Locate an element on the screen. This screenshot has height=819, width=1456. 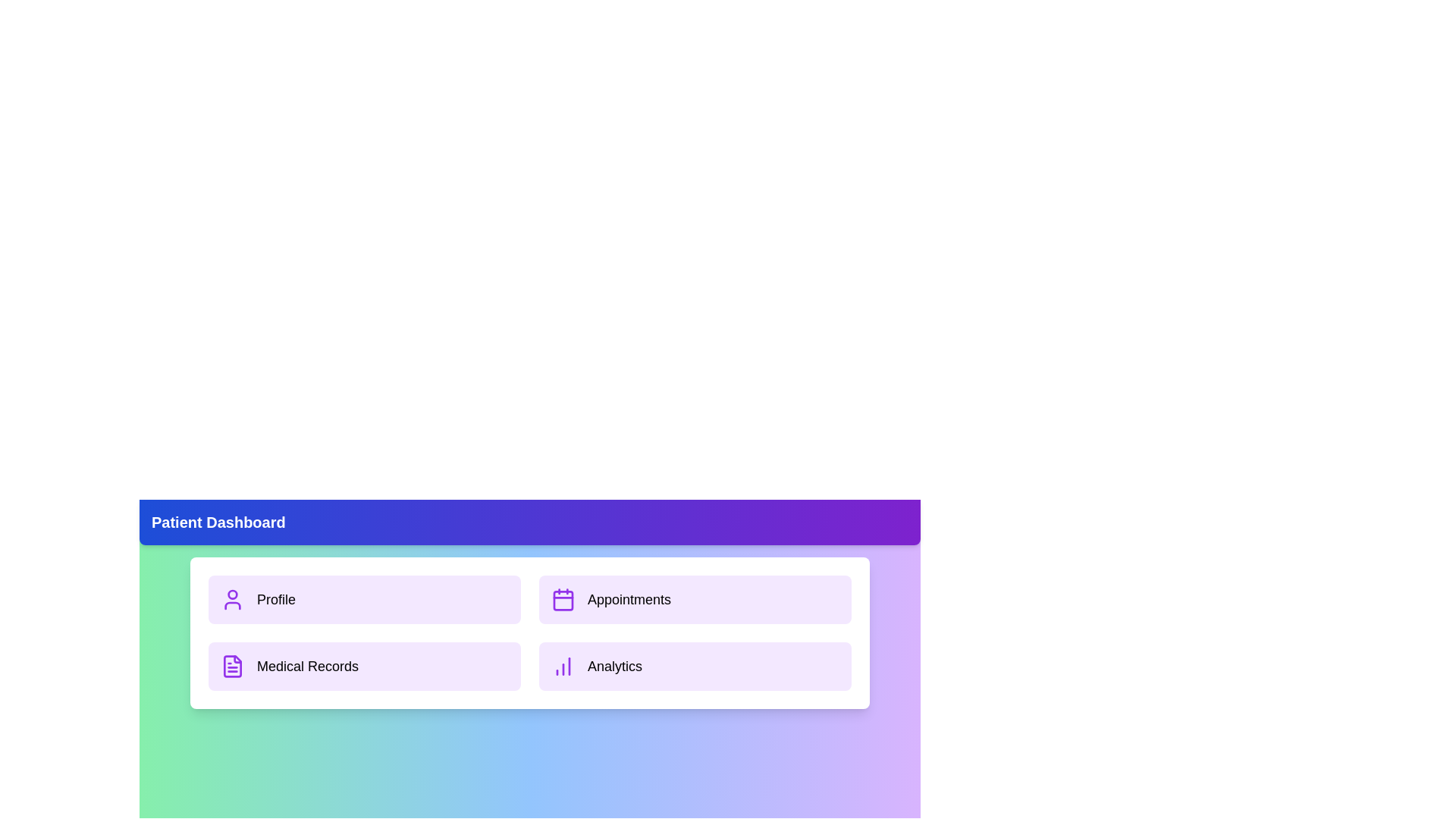
the 'Medical Records' section to navigate to the respective page is located at coordinates (364, 666).